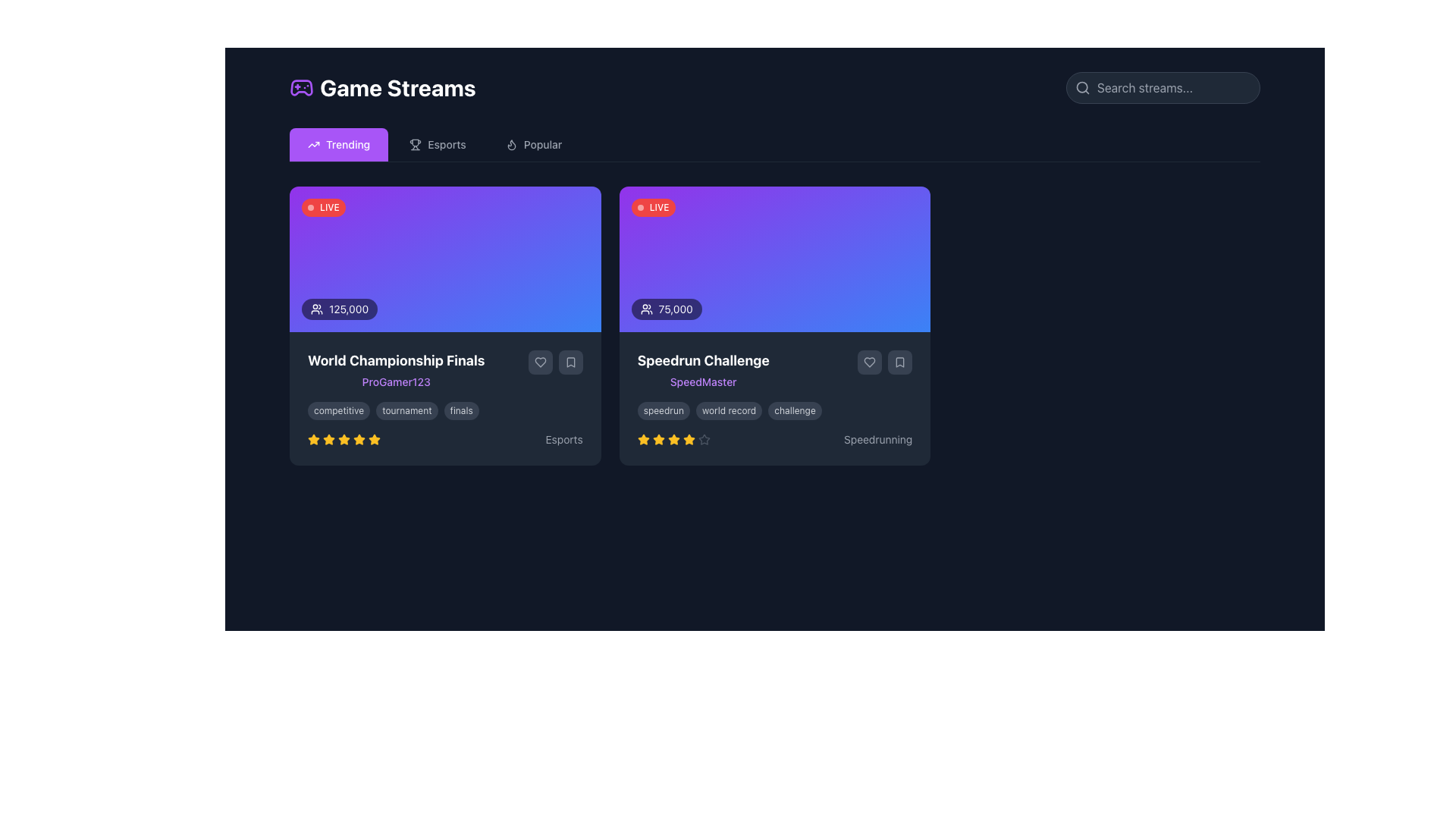 This screenshot has width=1456, height=819. I want to click on the first yellow star icon used for rating in the 'World Championship Finals' card, so click(312, 439).